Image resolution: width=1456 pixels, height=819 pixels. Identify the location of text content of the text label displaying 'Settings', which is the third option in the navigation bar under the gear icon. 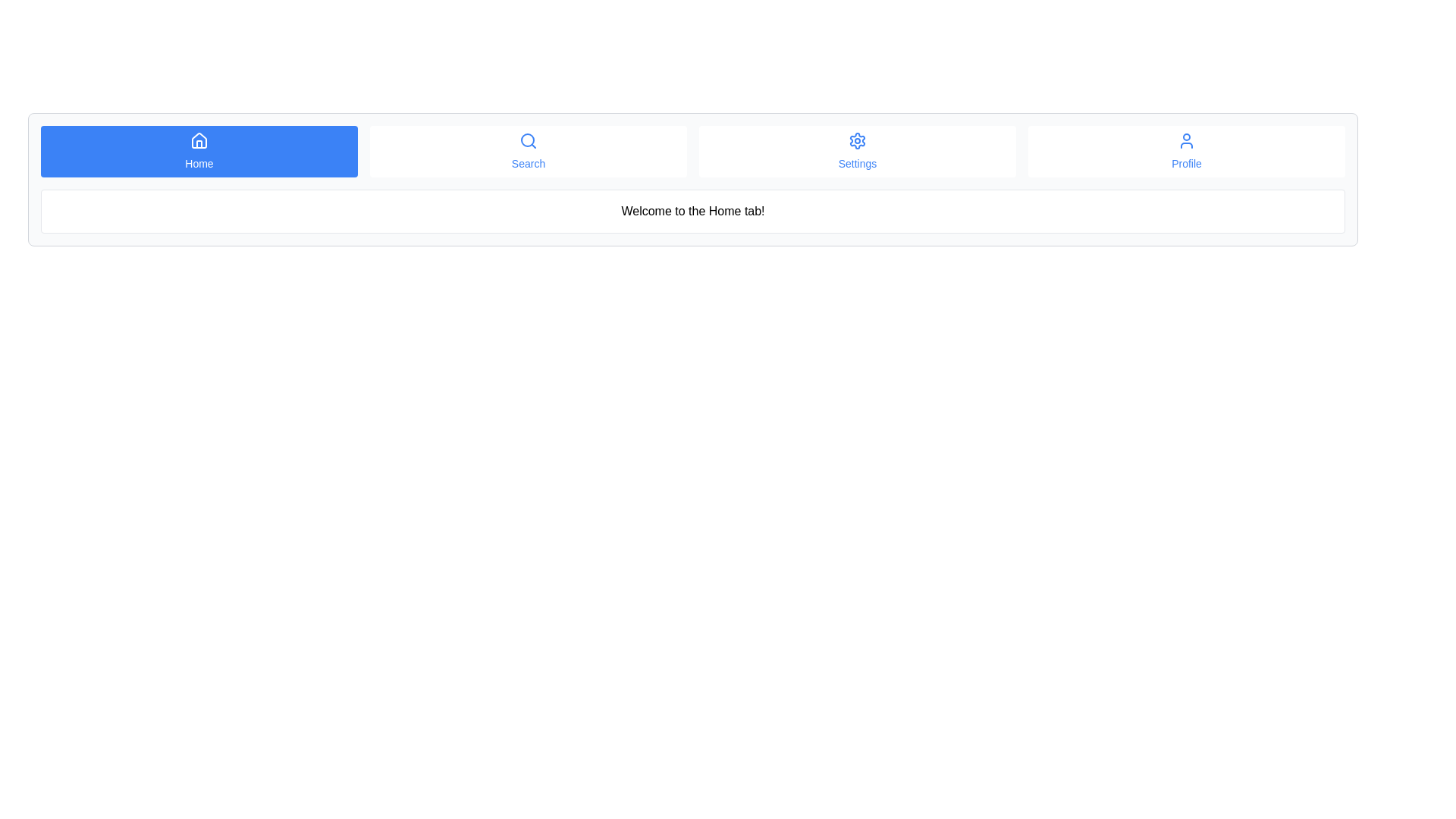
(858, 164).